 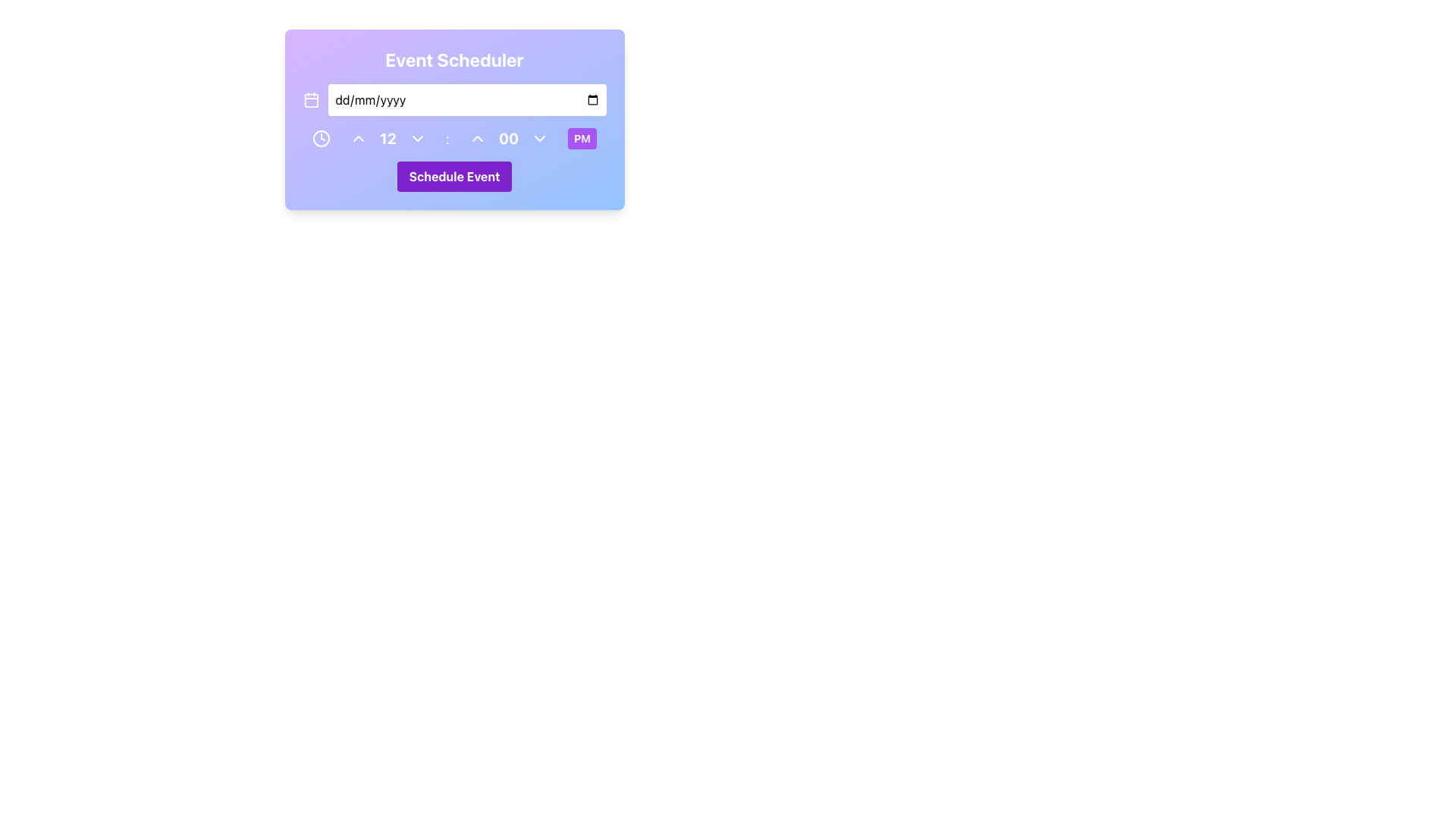 What do you see at coordinates (453, 175) in the screenshot?
I see `the confirm/schedule button located at the bottom-center of the 'Event Scheduler' box` at bounding box center [453, 175].